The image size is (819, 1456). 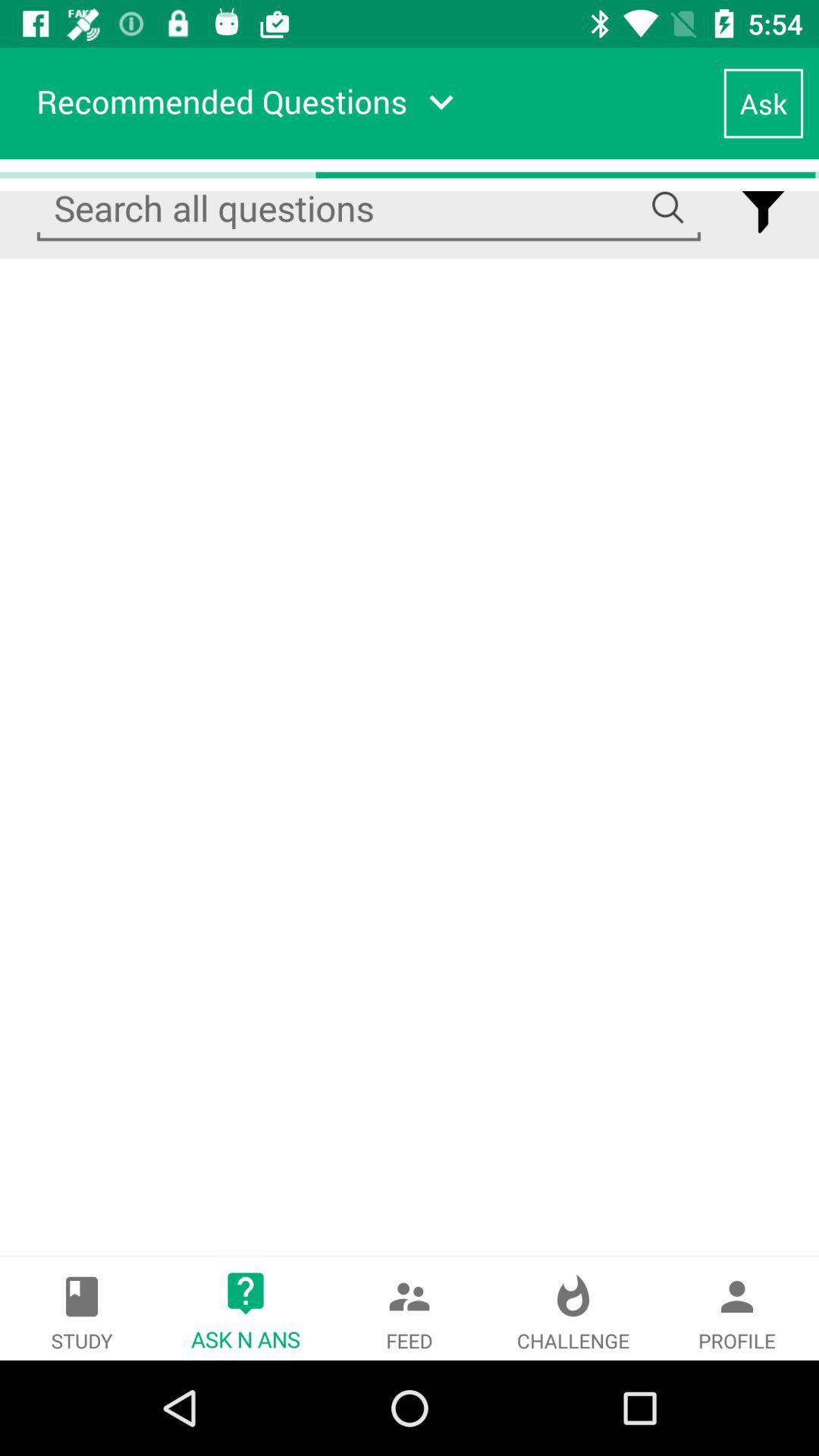 What do you see at coordinates (369, 208) in the screenshot?
I see `search bar` at bounding box center [369, 208].